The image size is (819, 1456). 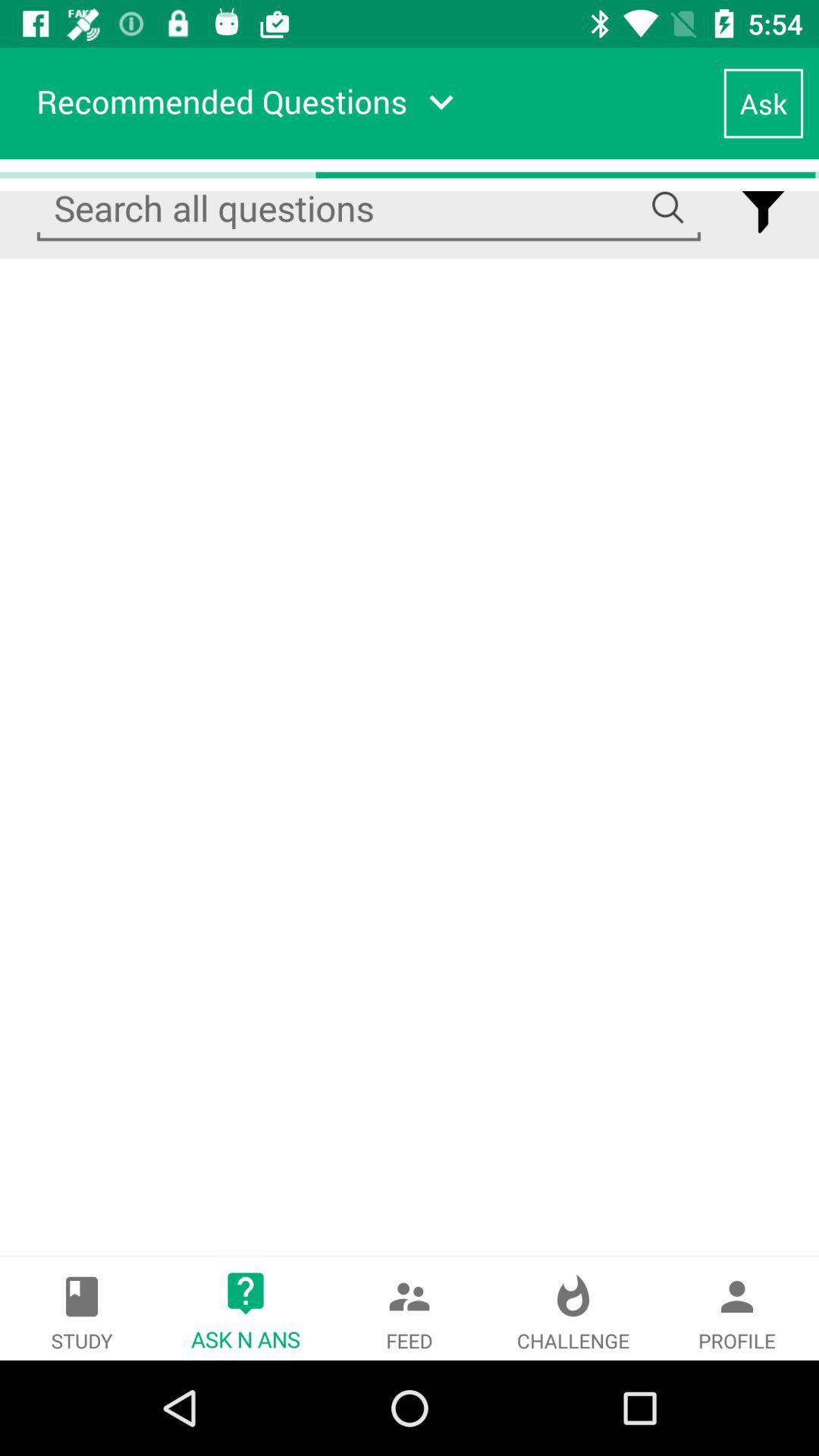 What do you see at coordinates (369, 208) in the screenshot?
I see `search bar` at bounding box center [369, 208].